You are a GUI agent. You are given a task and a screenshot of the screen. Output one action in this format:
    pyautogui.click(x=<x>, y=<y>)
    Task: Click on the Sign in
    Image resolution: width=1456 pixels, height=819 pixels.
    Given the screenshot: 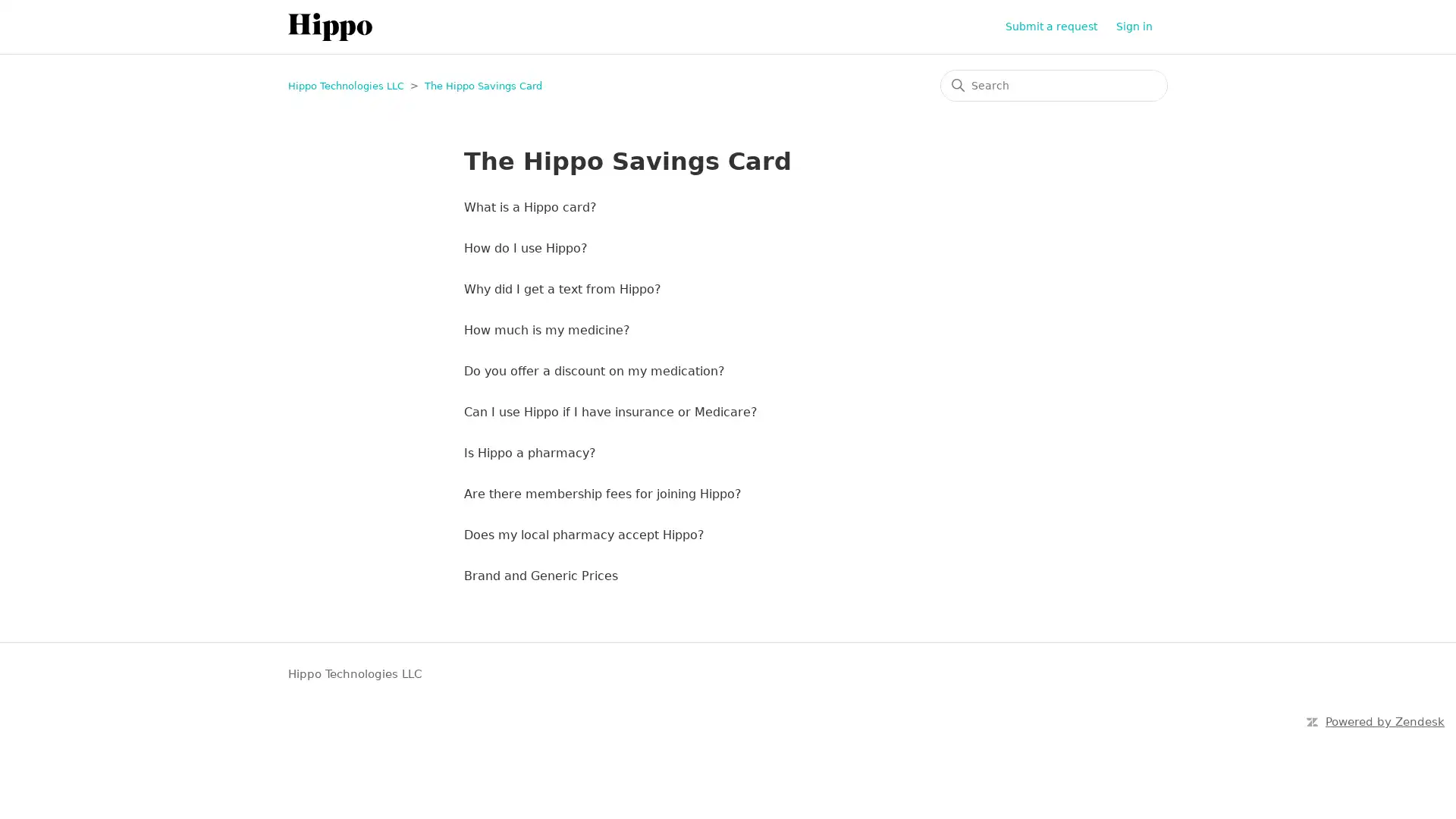 What is the action you would take?
    pyautogui.click(x=1142, y=27)
    